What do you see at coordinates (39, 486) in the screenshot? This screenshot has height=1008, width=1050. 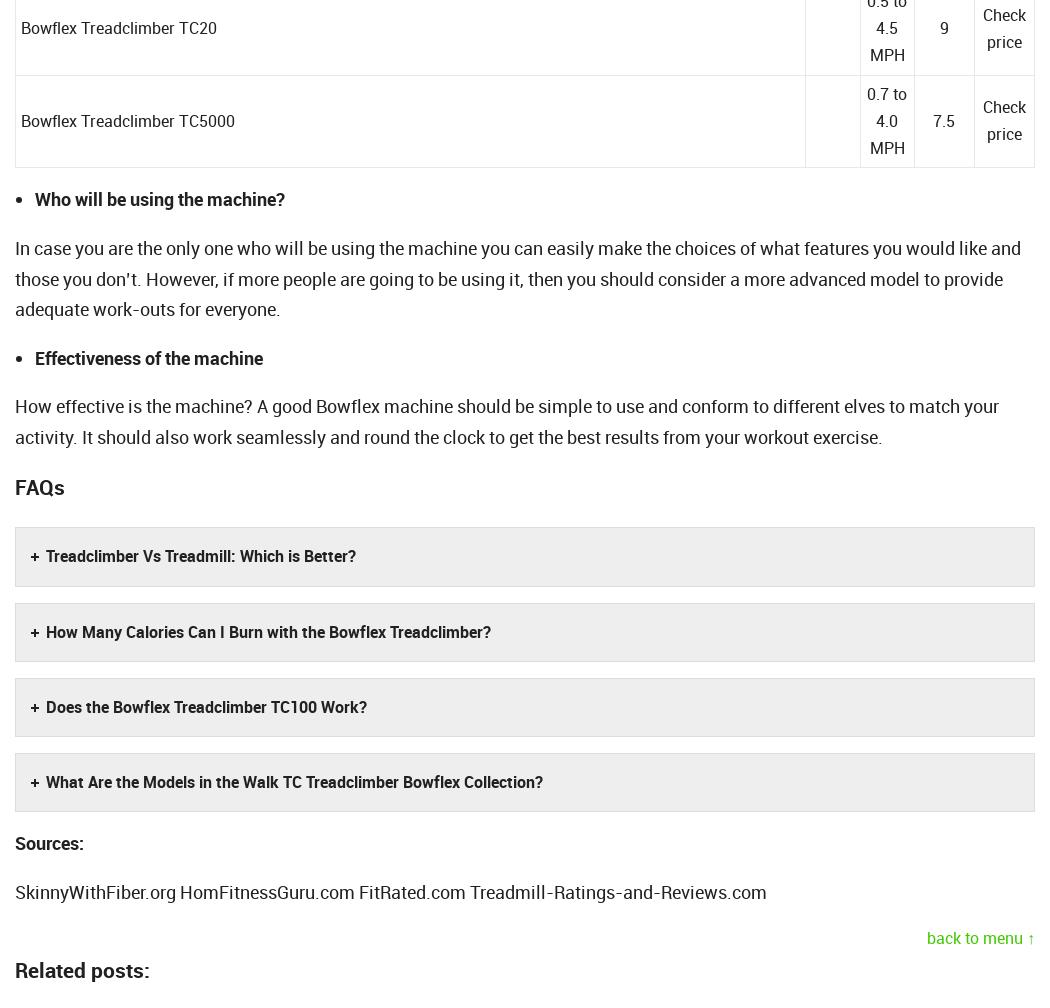 I see `'FAQs'` at bounding box center [39, 486].